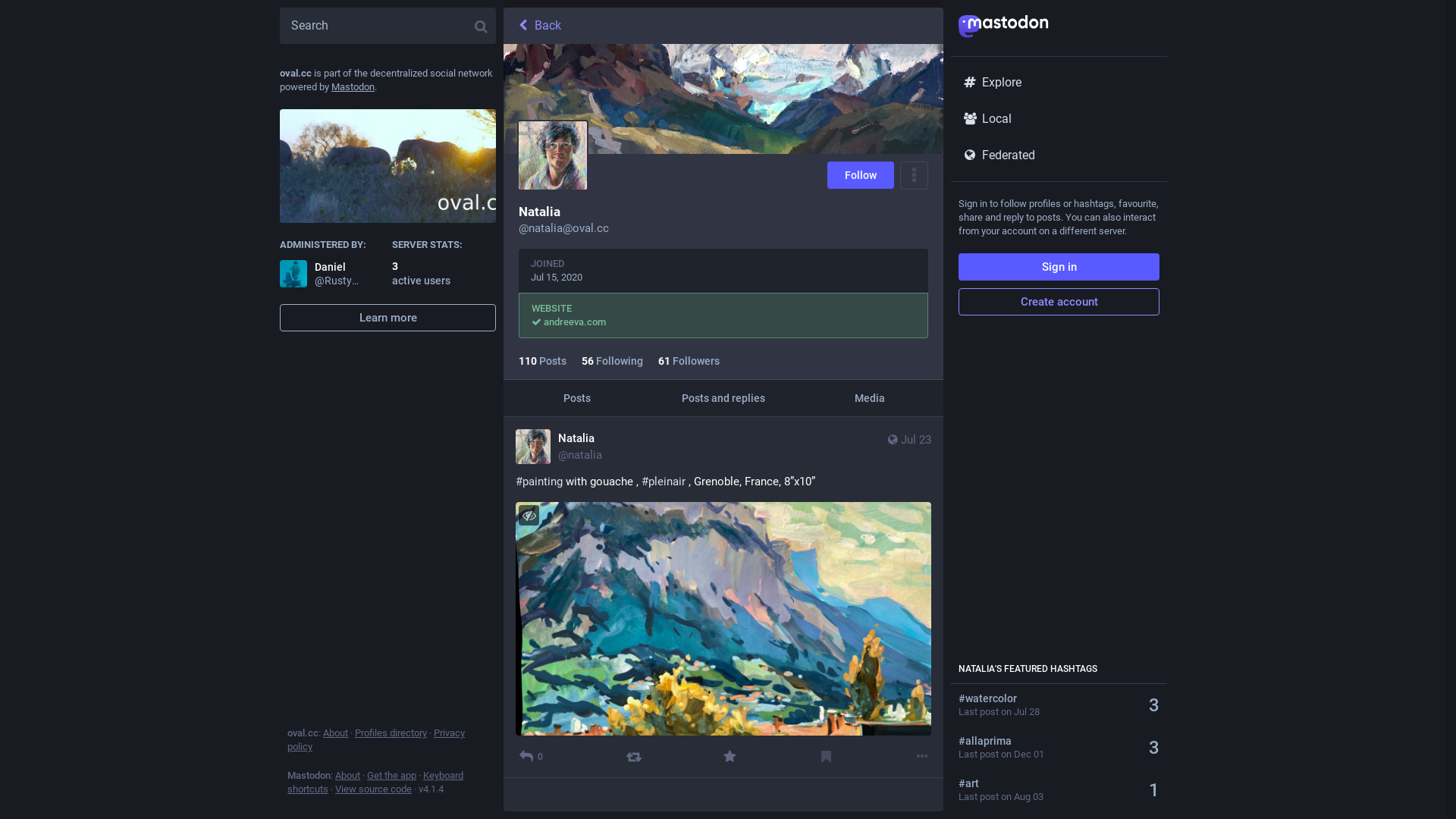  What do you see at coordinates (388, 317) in the screenshot?
I see `'Learn more'` at bounding box center [388, 317].